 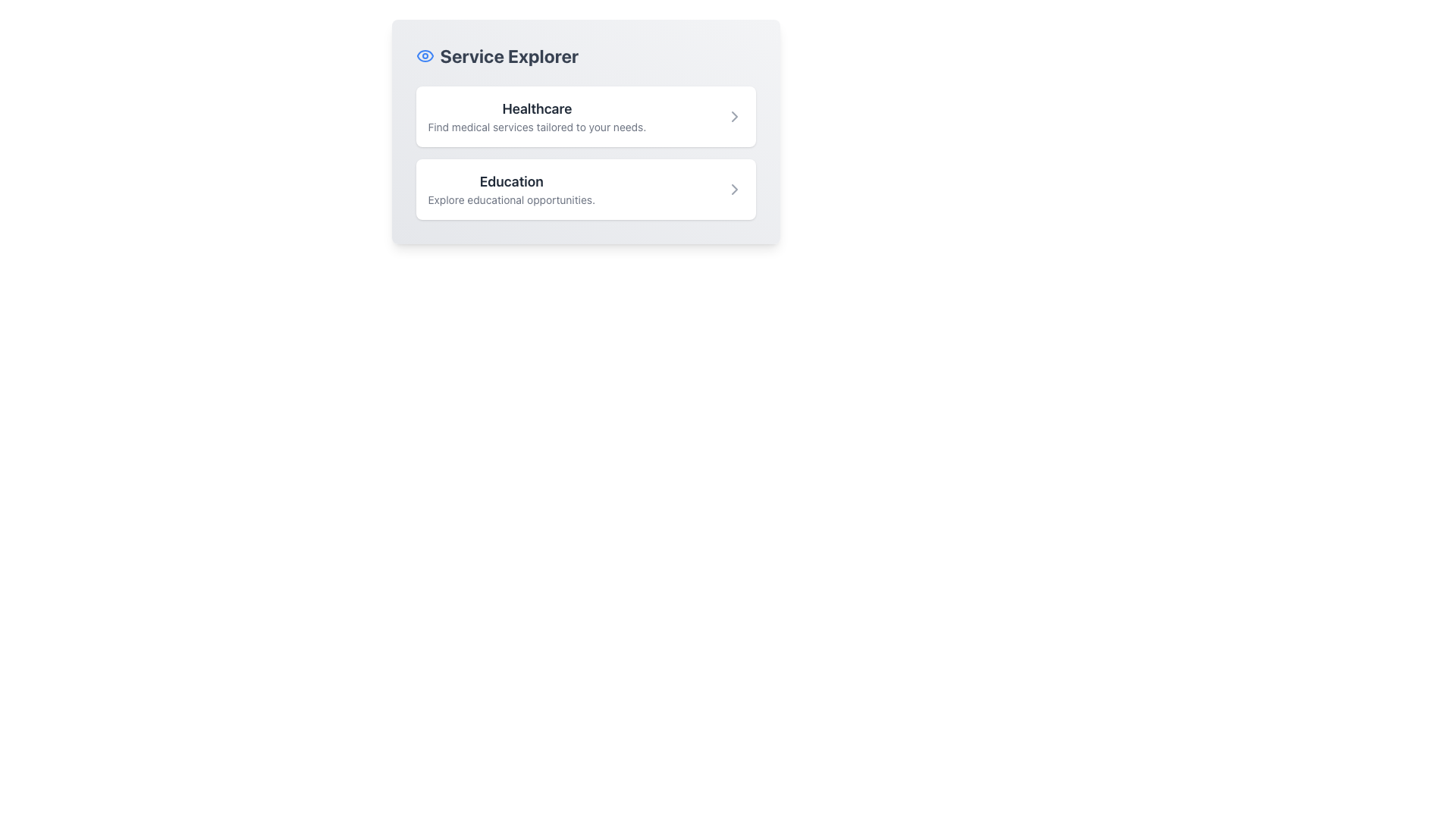 What do you see at coordinates (425, 55) in the screenshot?
I see `the decorative icon representing visibility or exploration located to the immediate left of the 'Service Explorer' text label` at bounding box center [425, 55].